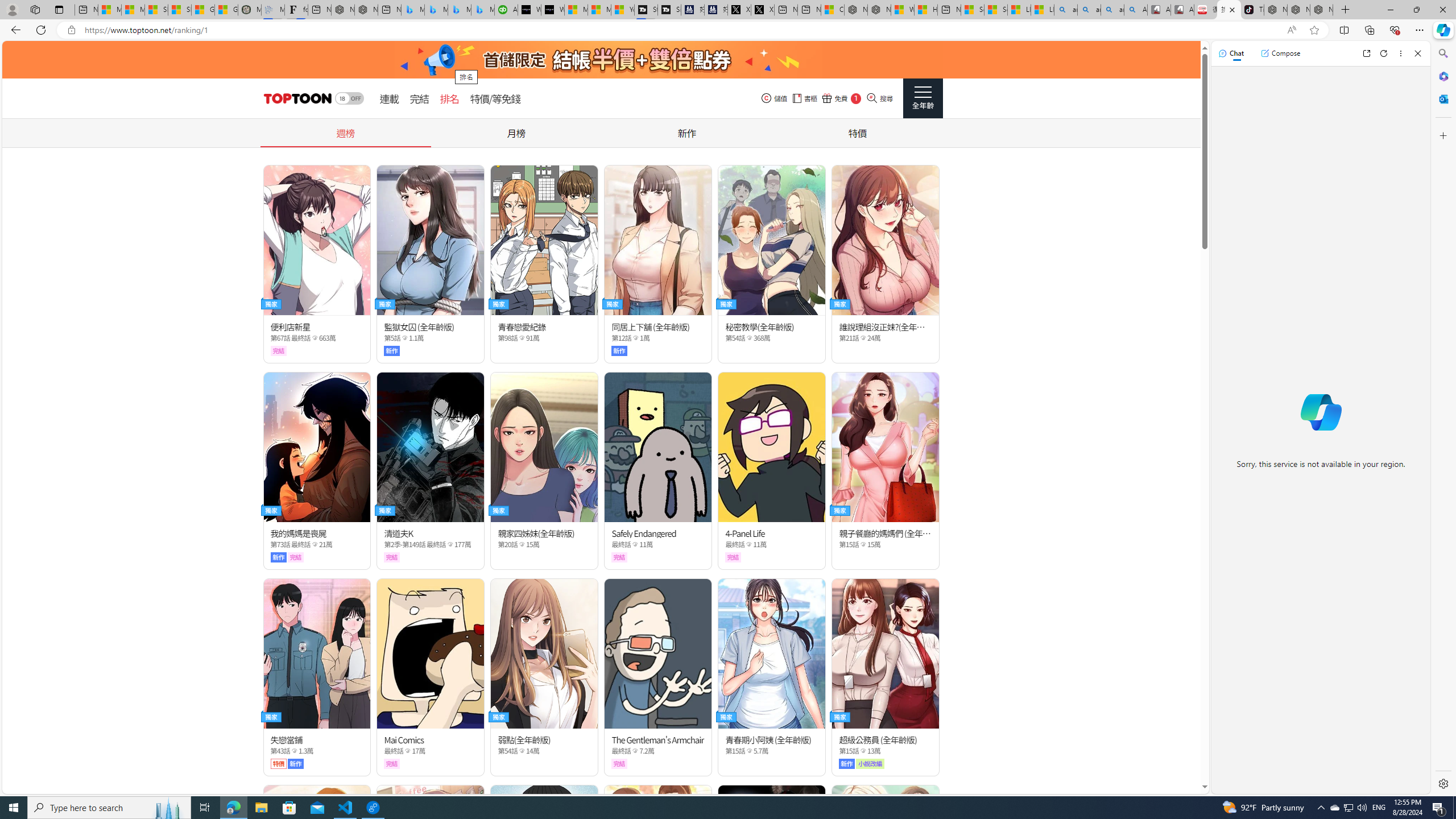 The image size is (1456, 819). What do you see at coordinates (1298, 9) in the screenshot?
I see `'Nordace Siena Pro 15 Backpack'` at bounding box center [1298, 9].